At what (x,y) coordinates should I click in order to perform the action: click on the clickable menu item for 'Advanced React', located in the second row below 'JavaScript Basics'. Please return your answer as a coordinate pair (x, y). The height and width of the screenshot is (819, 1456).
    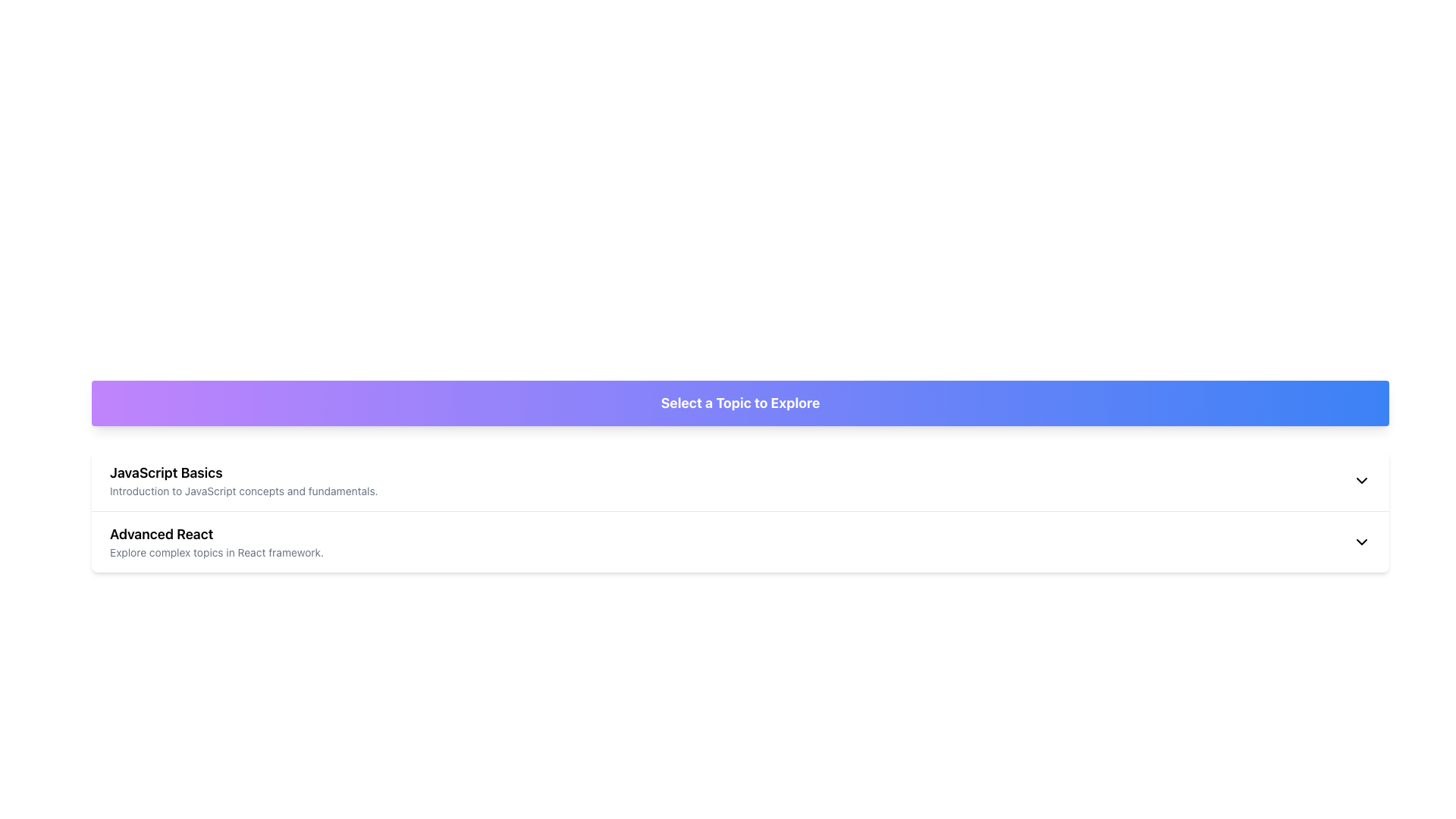
    Looking at the image, I should click on (216, 541).